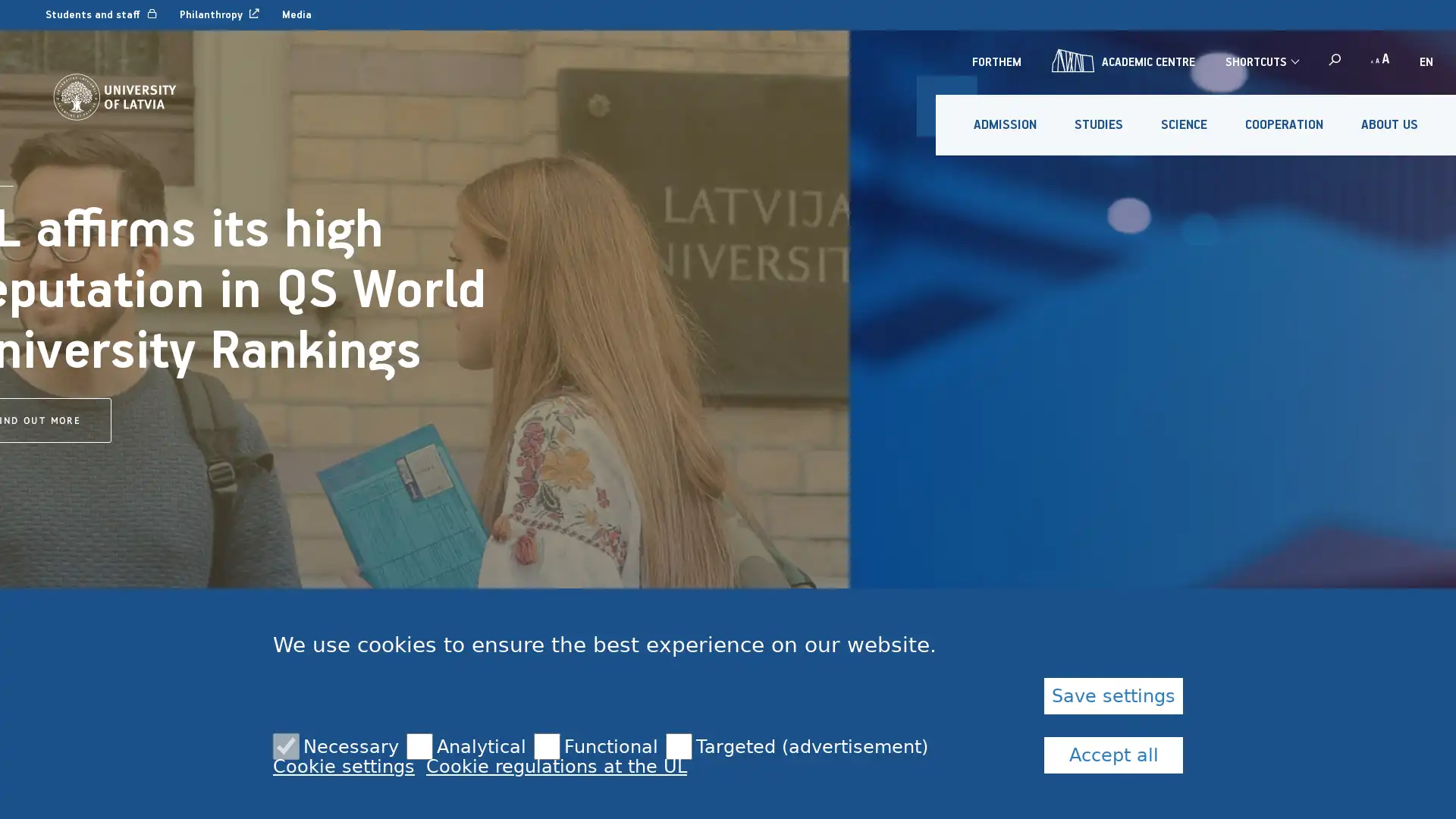 The image size is (1456, 819). I want to click on Save settings, so click(1113, 696).